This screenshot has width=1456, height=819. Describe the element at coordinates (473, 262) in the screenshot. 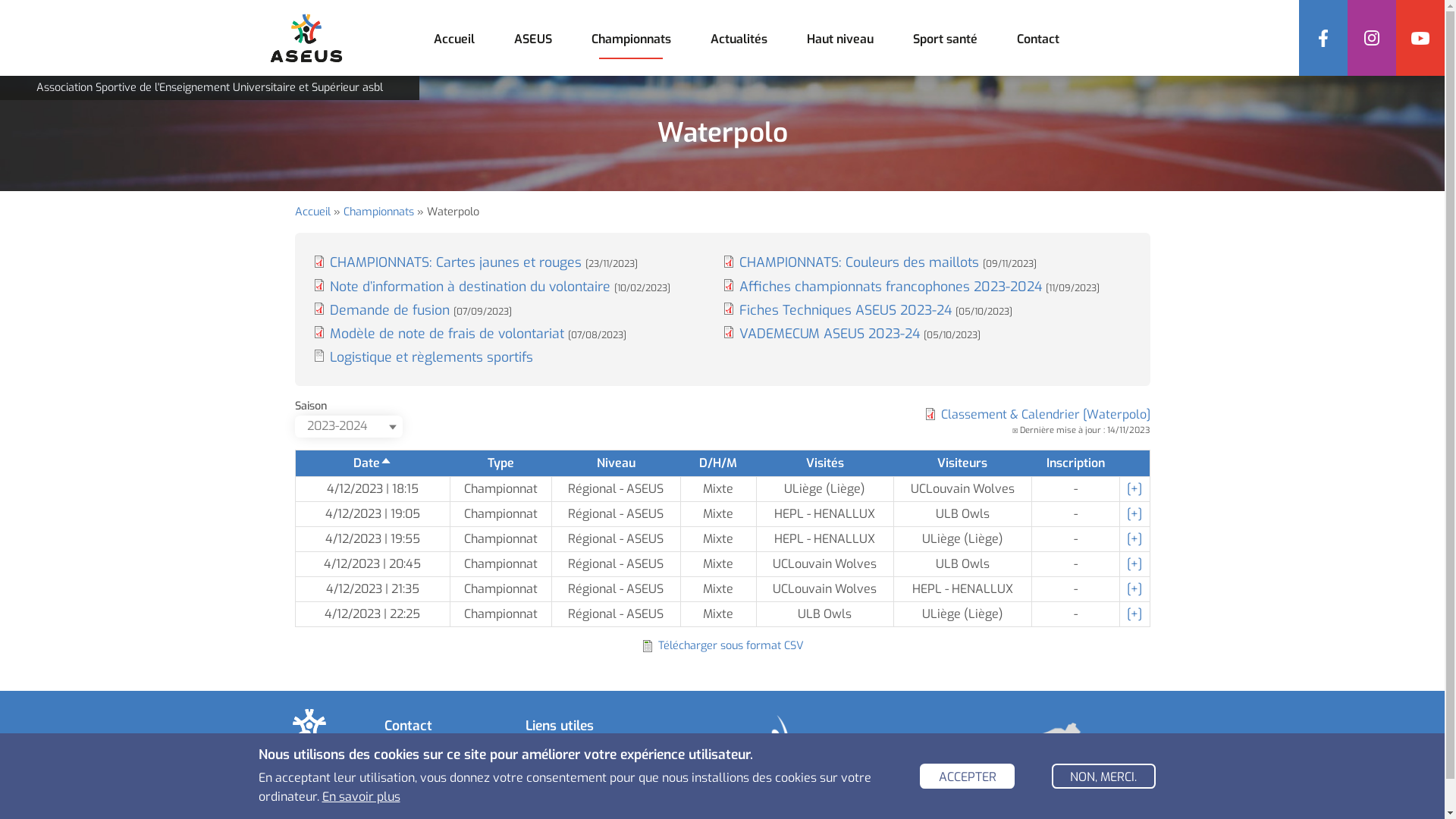

I see `'CHAMPIONNATS: Cartes jaunes et rouges [23/11/2023]'` at that location.